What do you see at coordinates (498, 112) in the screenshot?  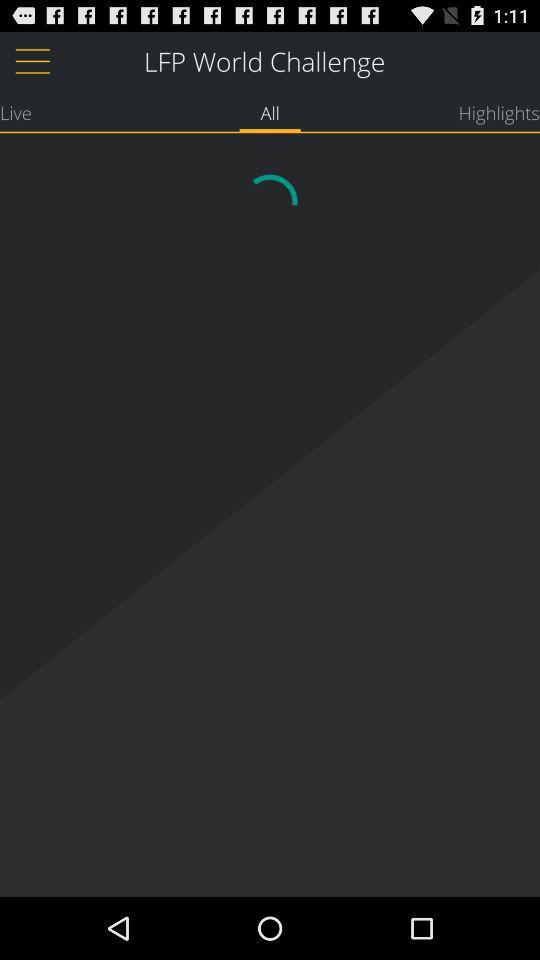 I see `the item to the right of the all app` at bounding box center [498, 112].